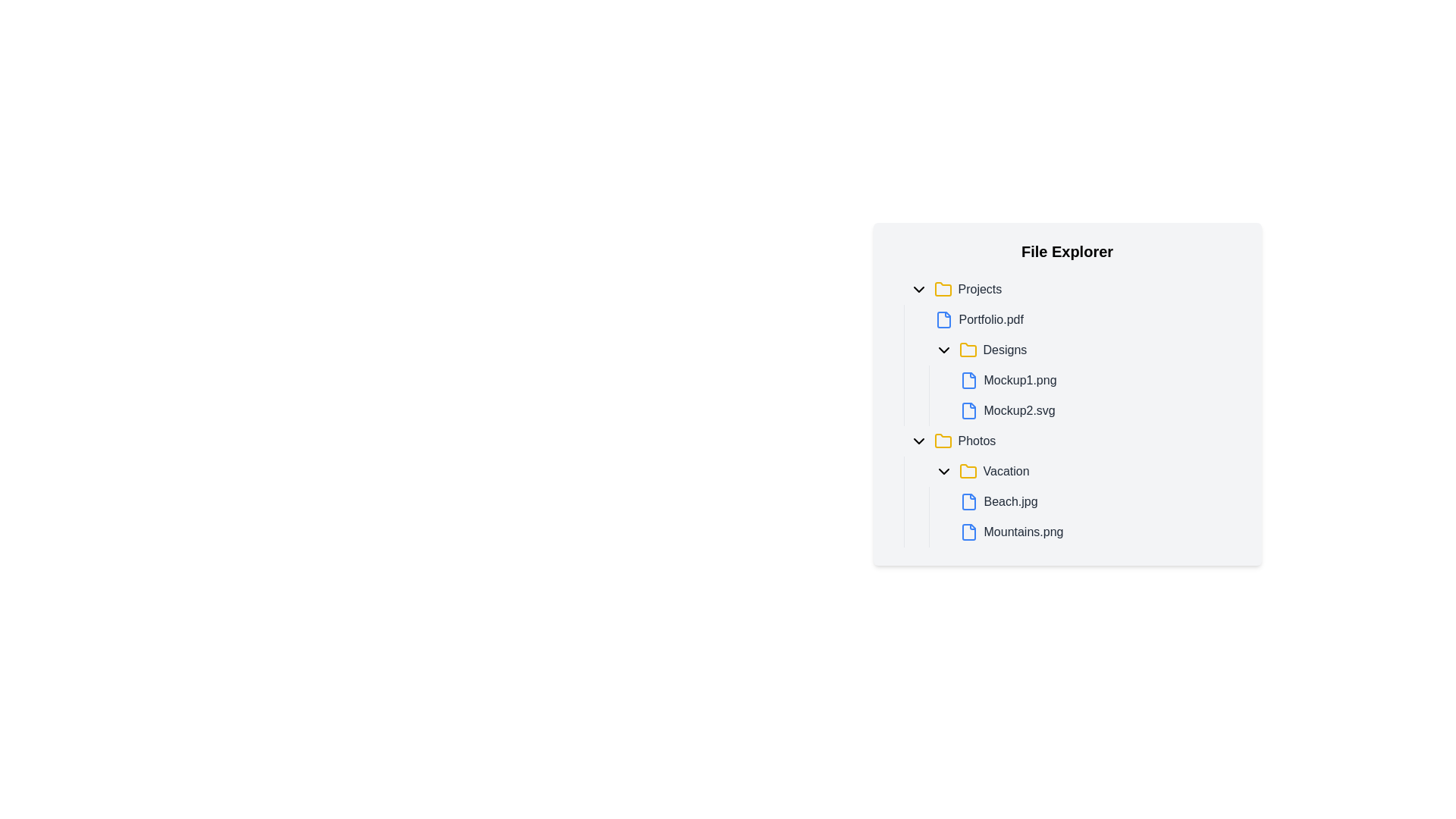  I want to click on the 'Mockup1.png' file entry in the Designs folder, so click(1084, 394).